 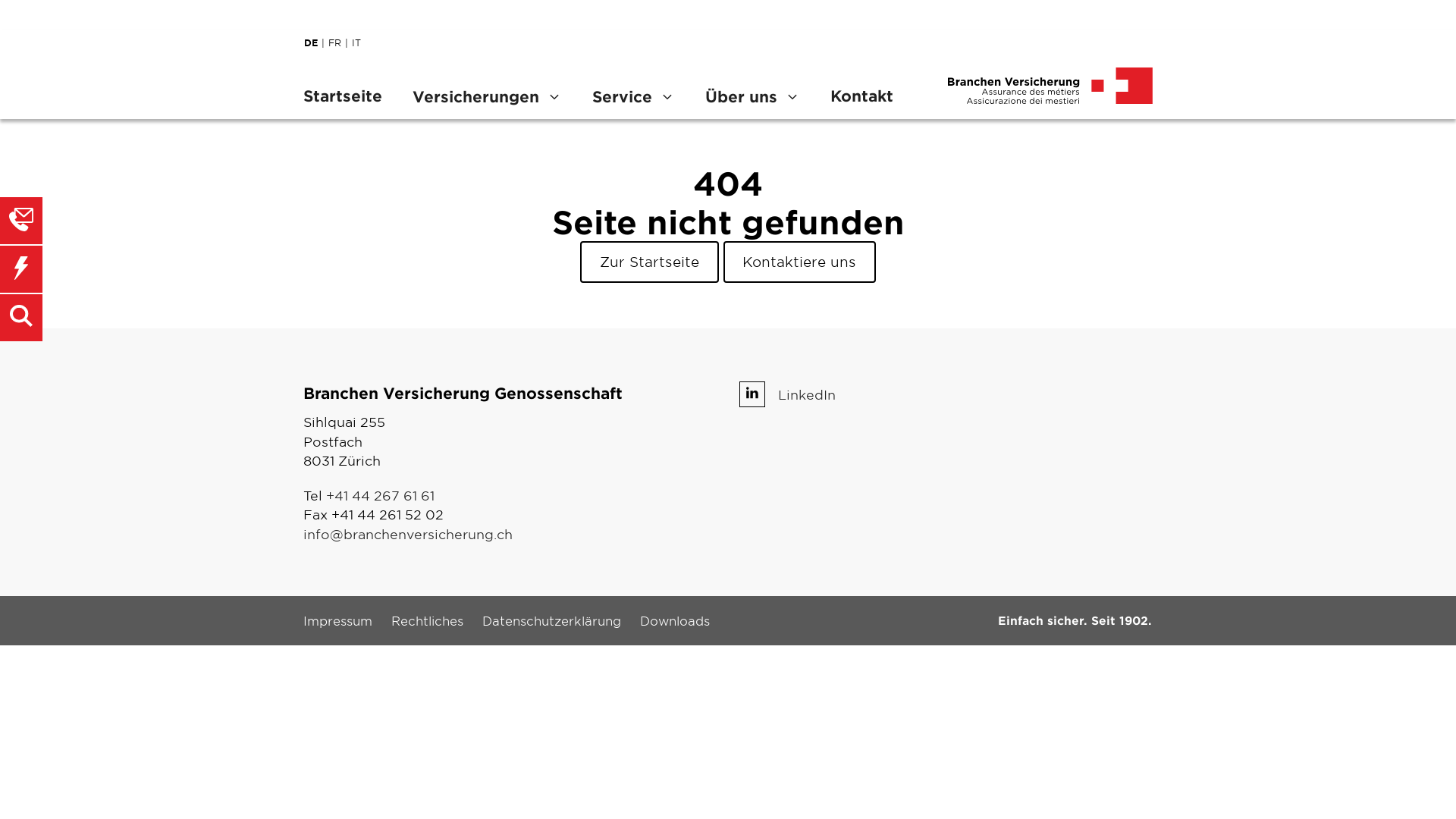 I want to click on 'info@branchenversicherung.ch', so click(x=407, y=532).